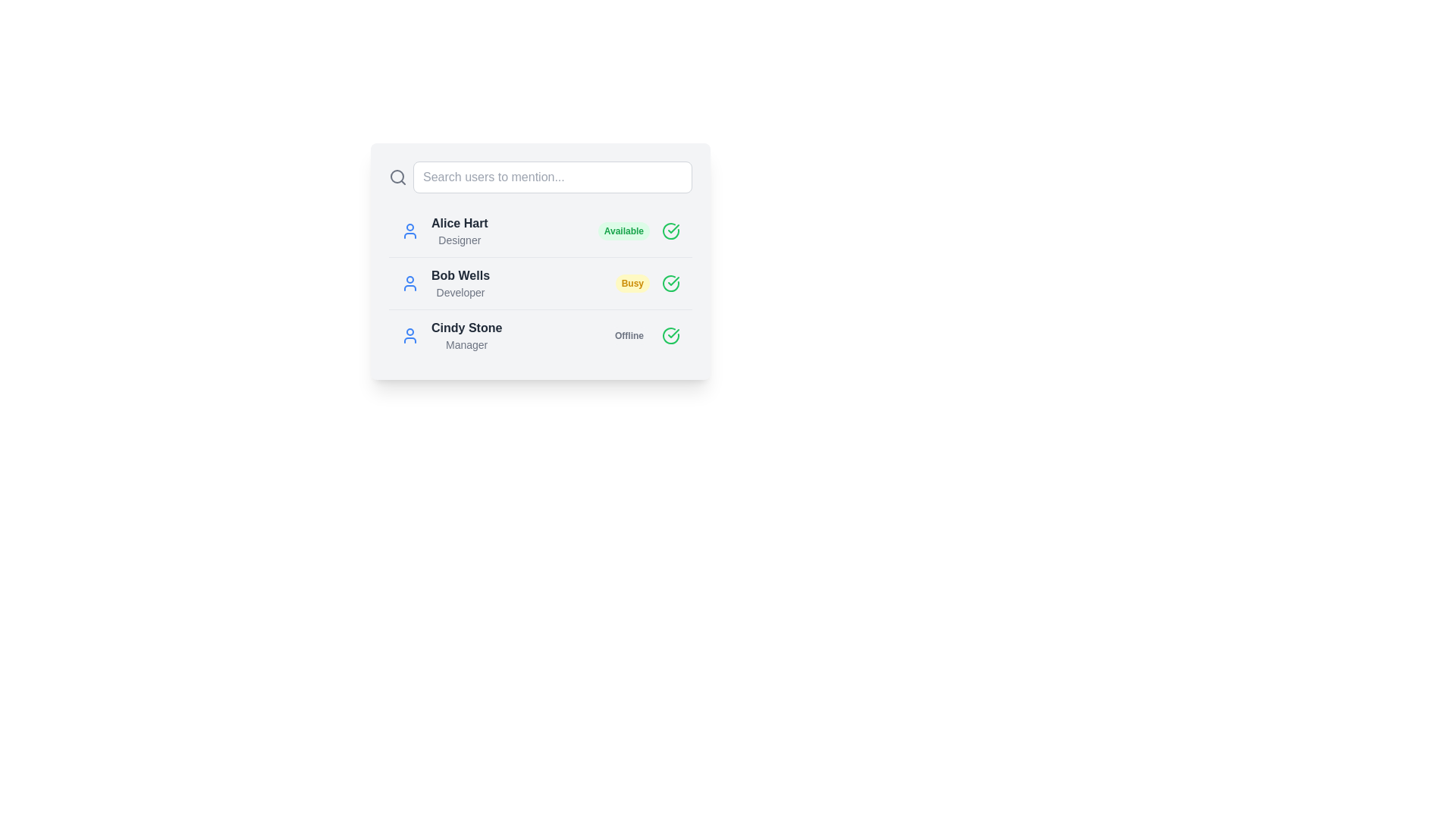  Describe the element at coordinates (410, 284) in the screenshot. I see `the user icon for 'Bob Wells', which is the first icon in the second row of the user list, positioned to the left of the name 'Bob Wells' and above the status 'Busy'` at that location.